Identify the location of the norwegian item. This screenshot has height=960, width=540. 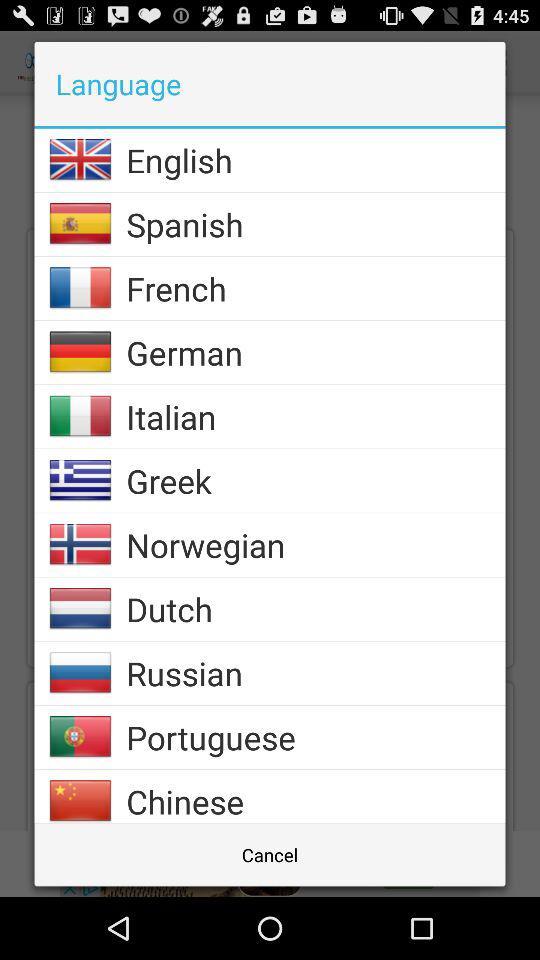
(315, 545).